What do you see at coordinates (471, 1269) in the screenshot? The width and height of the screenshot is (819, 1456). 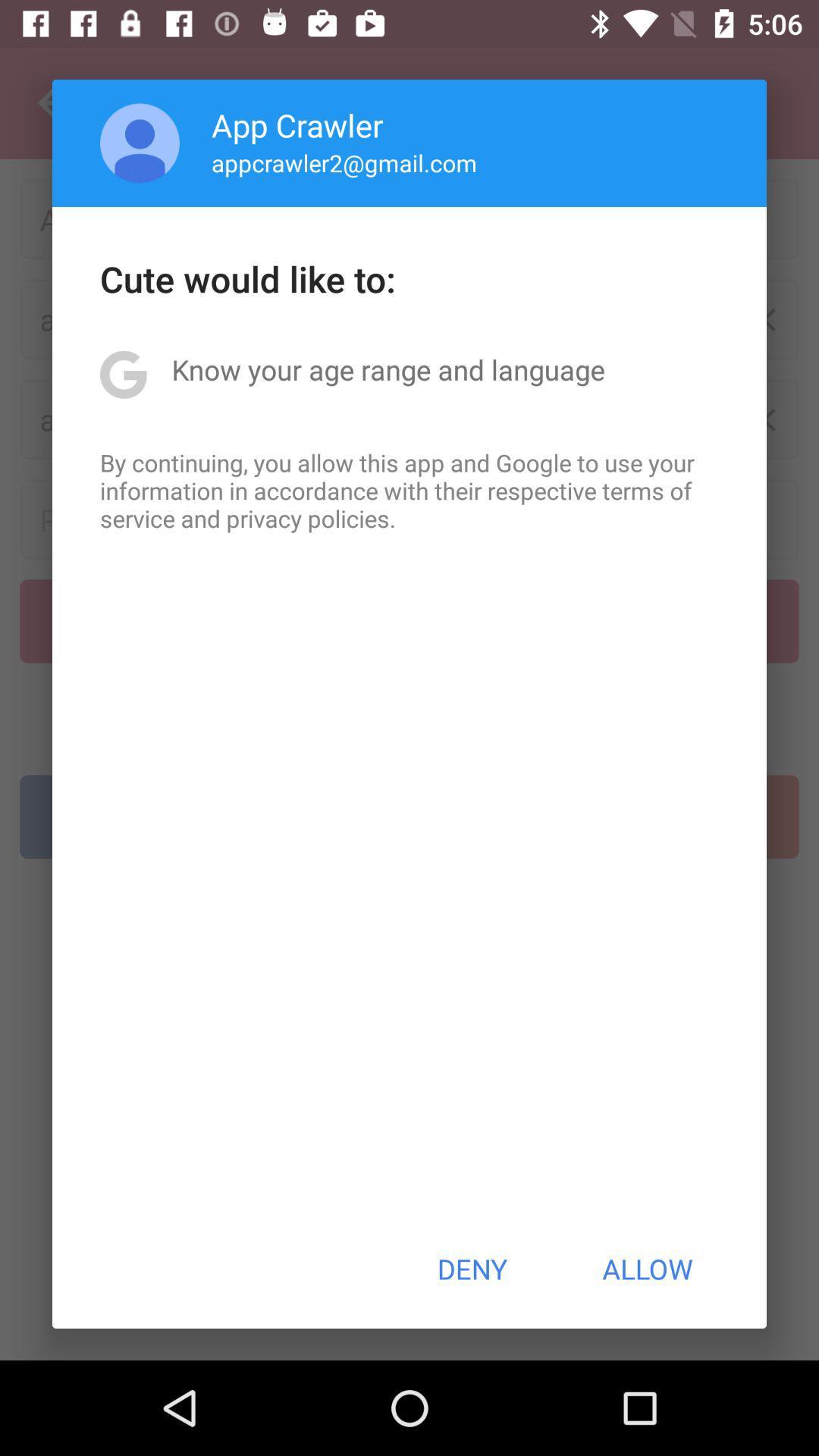 I see `the icon below by continuing you app` at bounding box center [471, 1269].